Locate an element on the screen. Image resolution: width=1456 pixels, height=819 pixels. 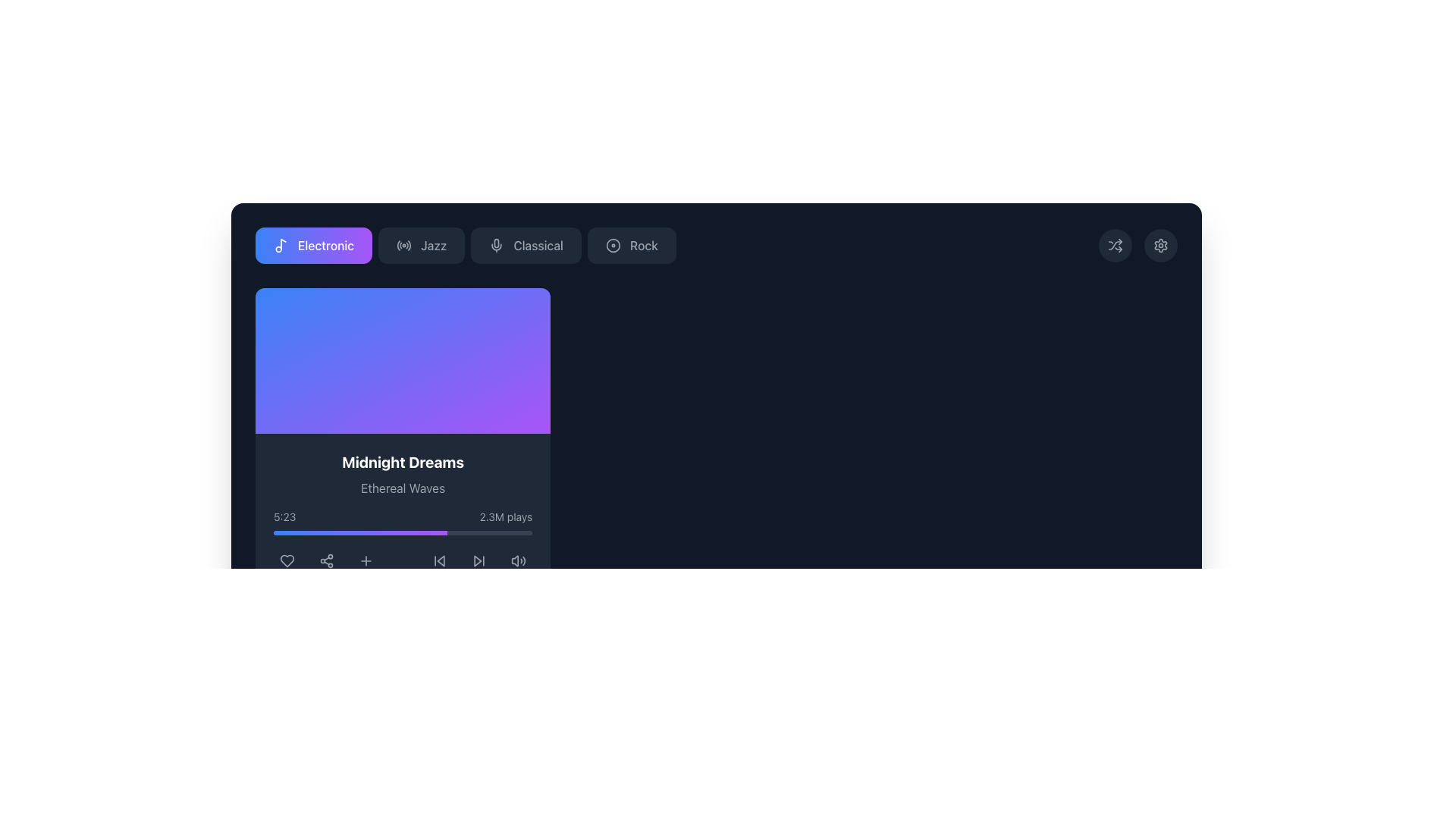
the control panel icon located at the bottom of the music player card is located at coordinates (403, 561).